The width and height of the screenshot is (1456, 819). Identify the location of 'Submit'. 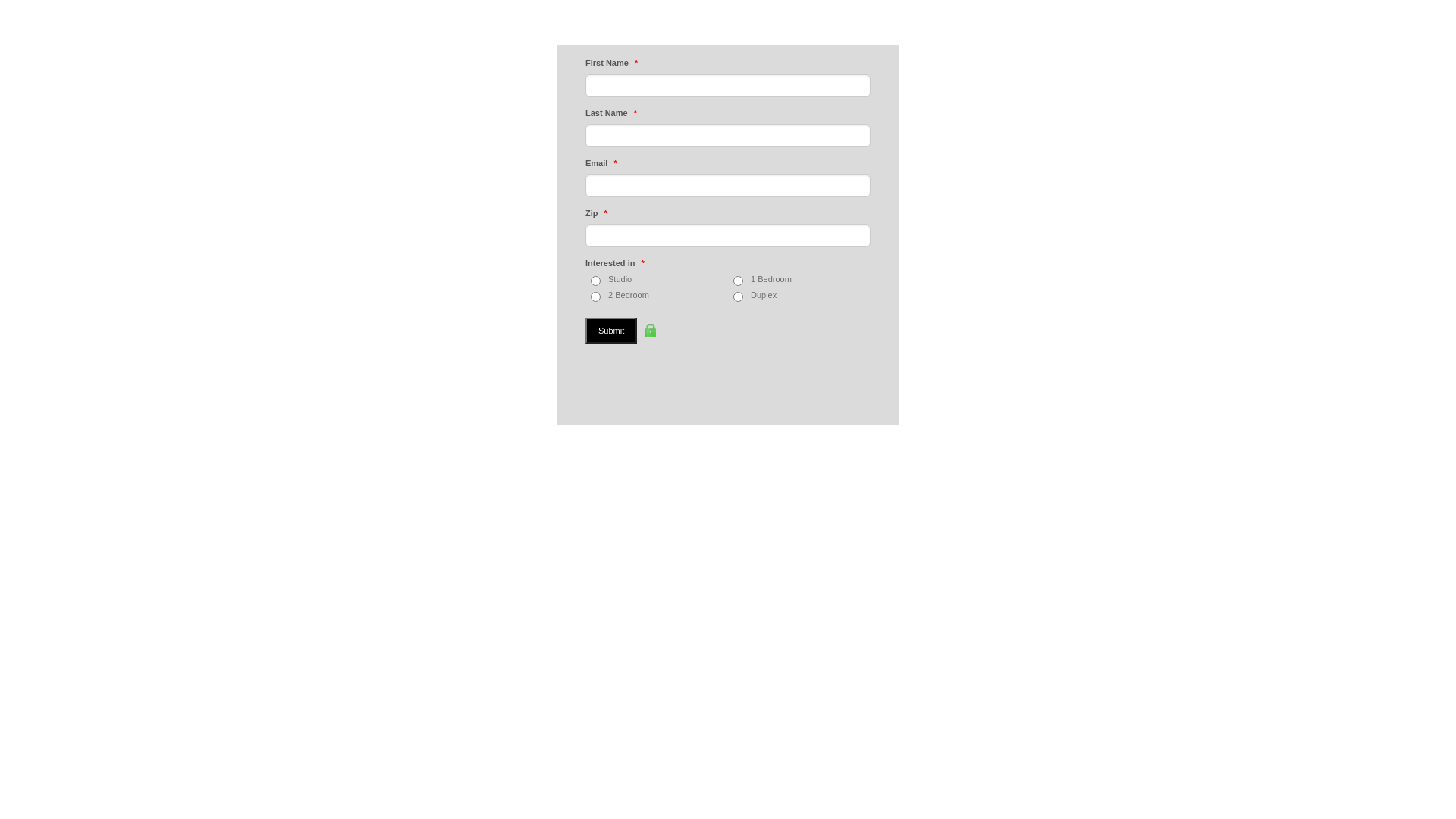
(611, 329).